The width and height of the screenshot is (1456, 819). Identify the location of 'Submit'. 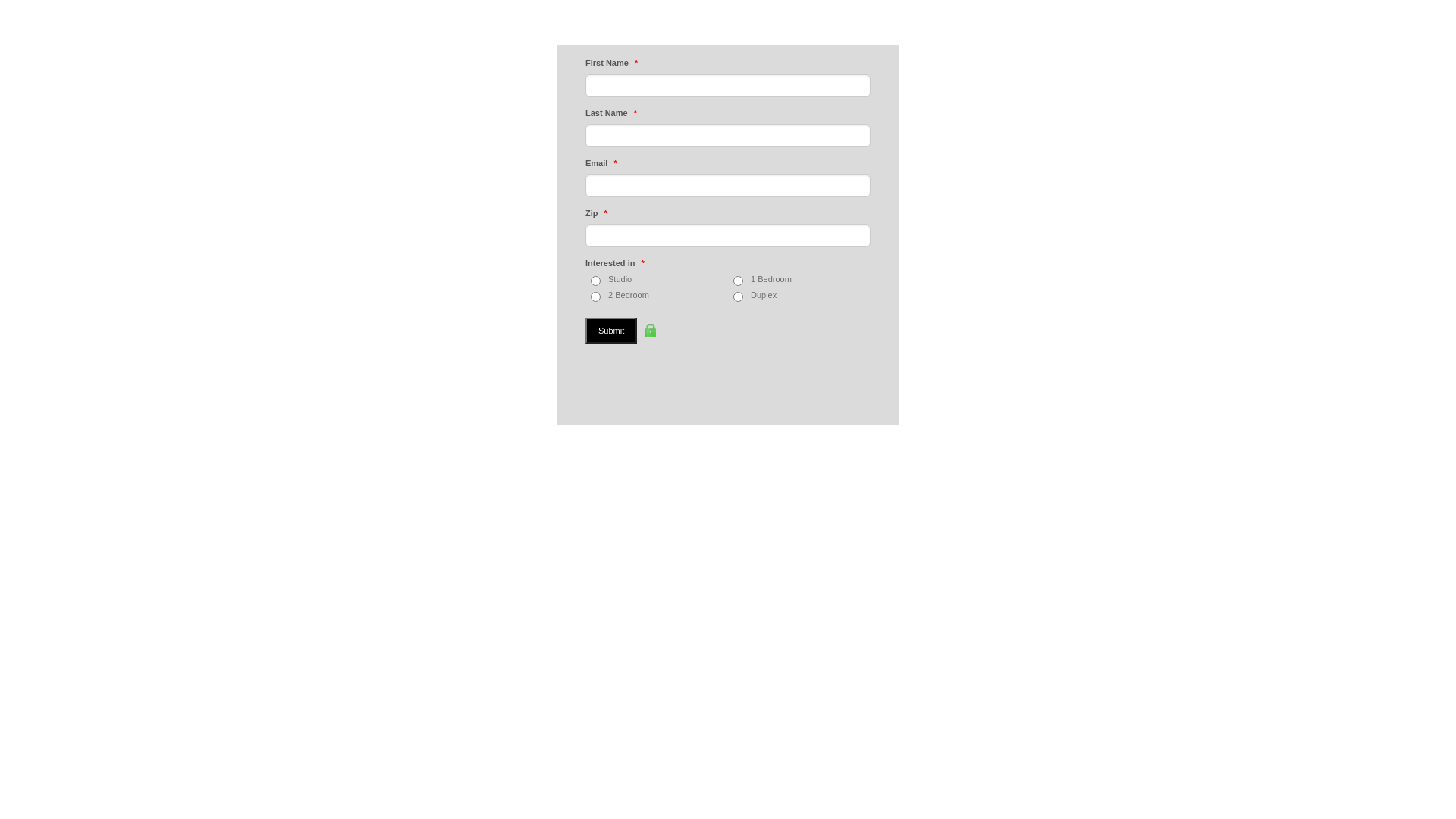
(611, 329).